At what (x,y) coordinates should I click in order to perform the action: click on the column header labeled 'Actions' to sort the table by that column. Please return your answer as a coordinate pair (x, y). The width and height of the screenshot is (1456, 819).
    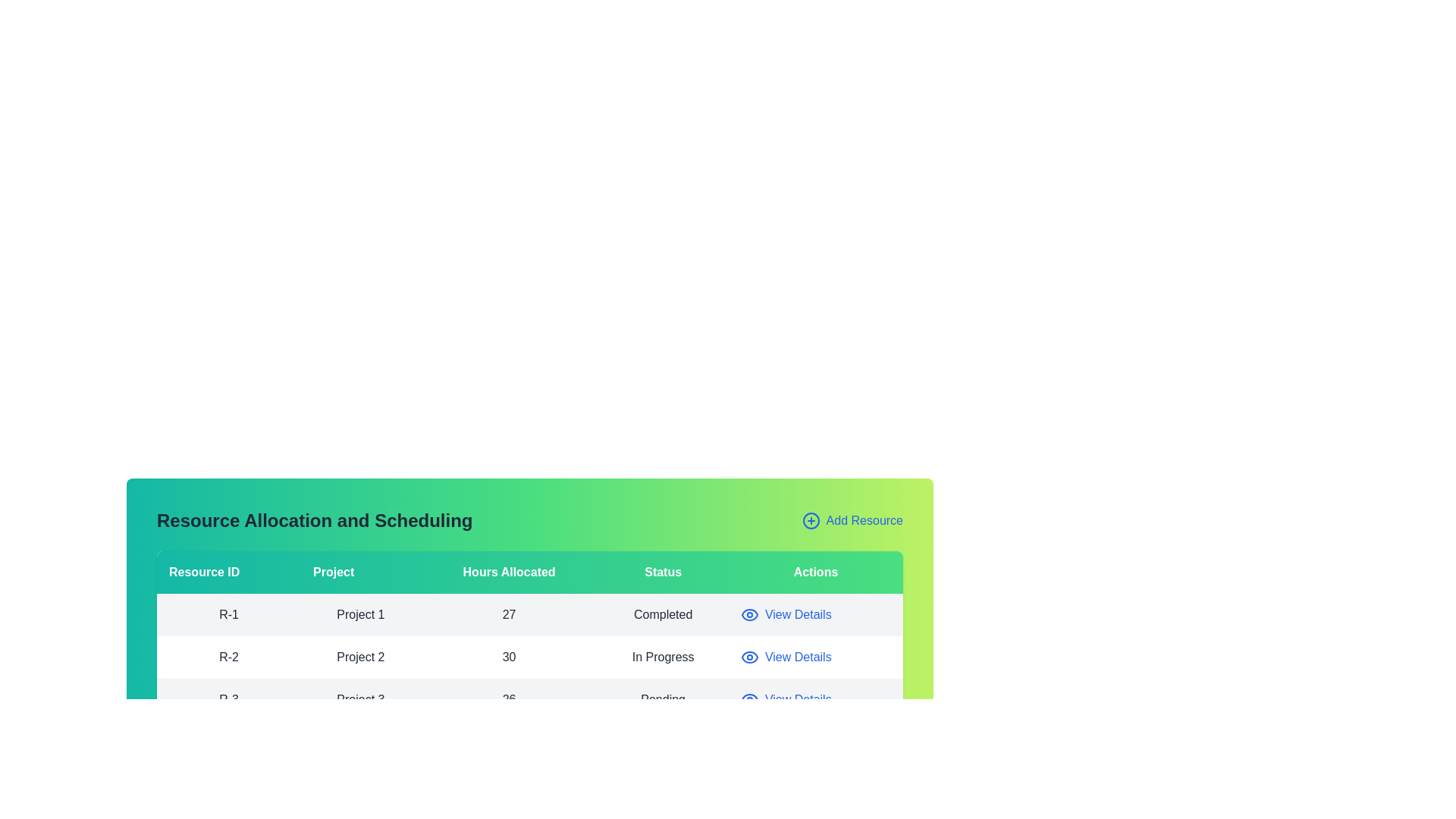
    Looking at the image, I should click on (814, 573).